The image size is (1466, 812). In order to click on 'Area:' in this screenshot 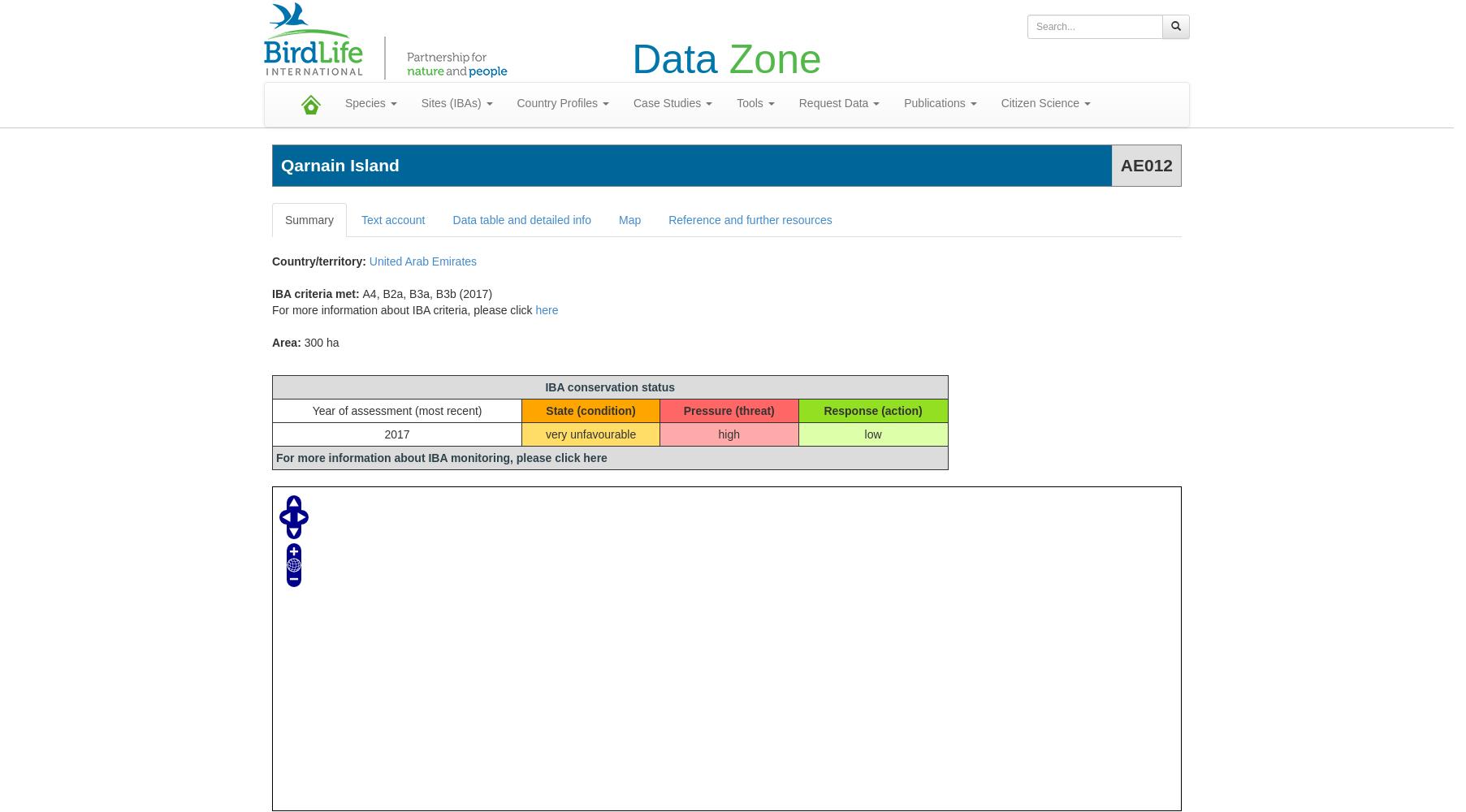, I will do `click(288, 343)`.